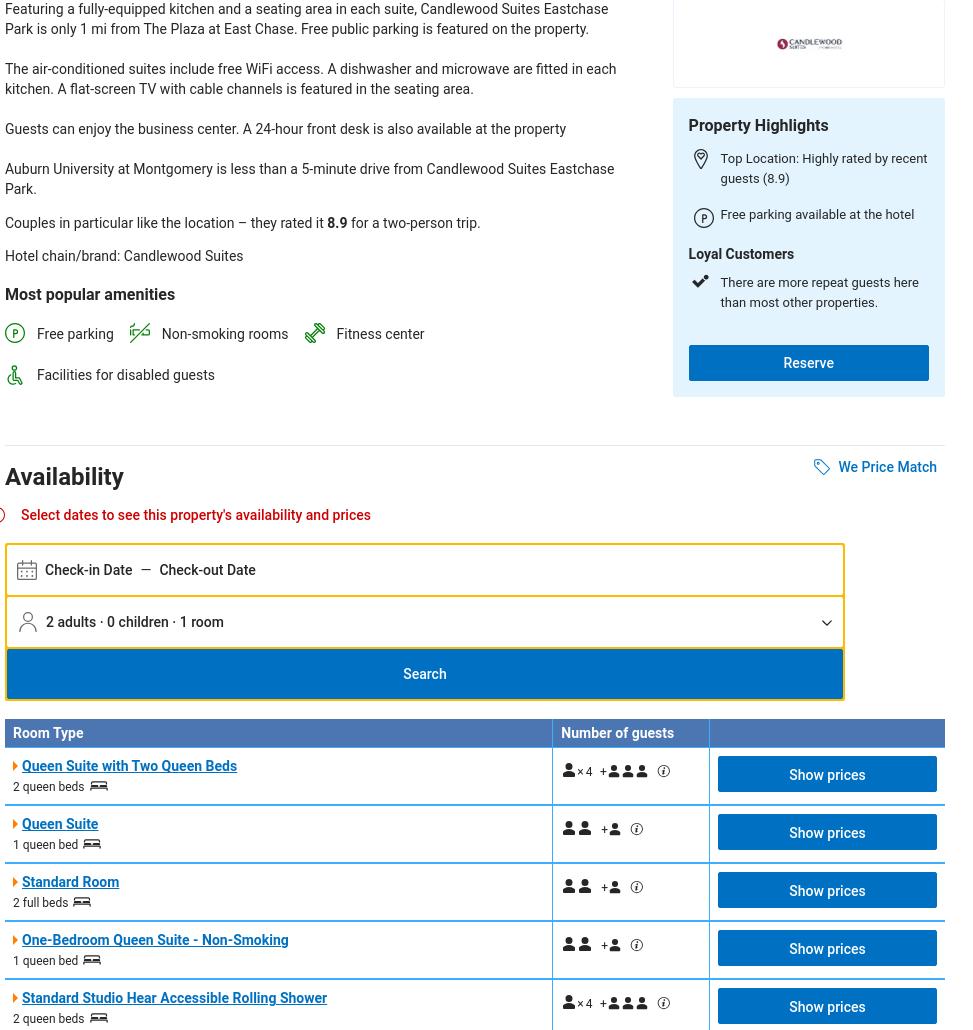 The image size is (973, 1030). What do you see at coordinates (741, 253) in the screenshot?
I see `'Loyal Customers'` at bounding box center [741, 253].